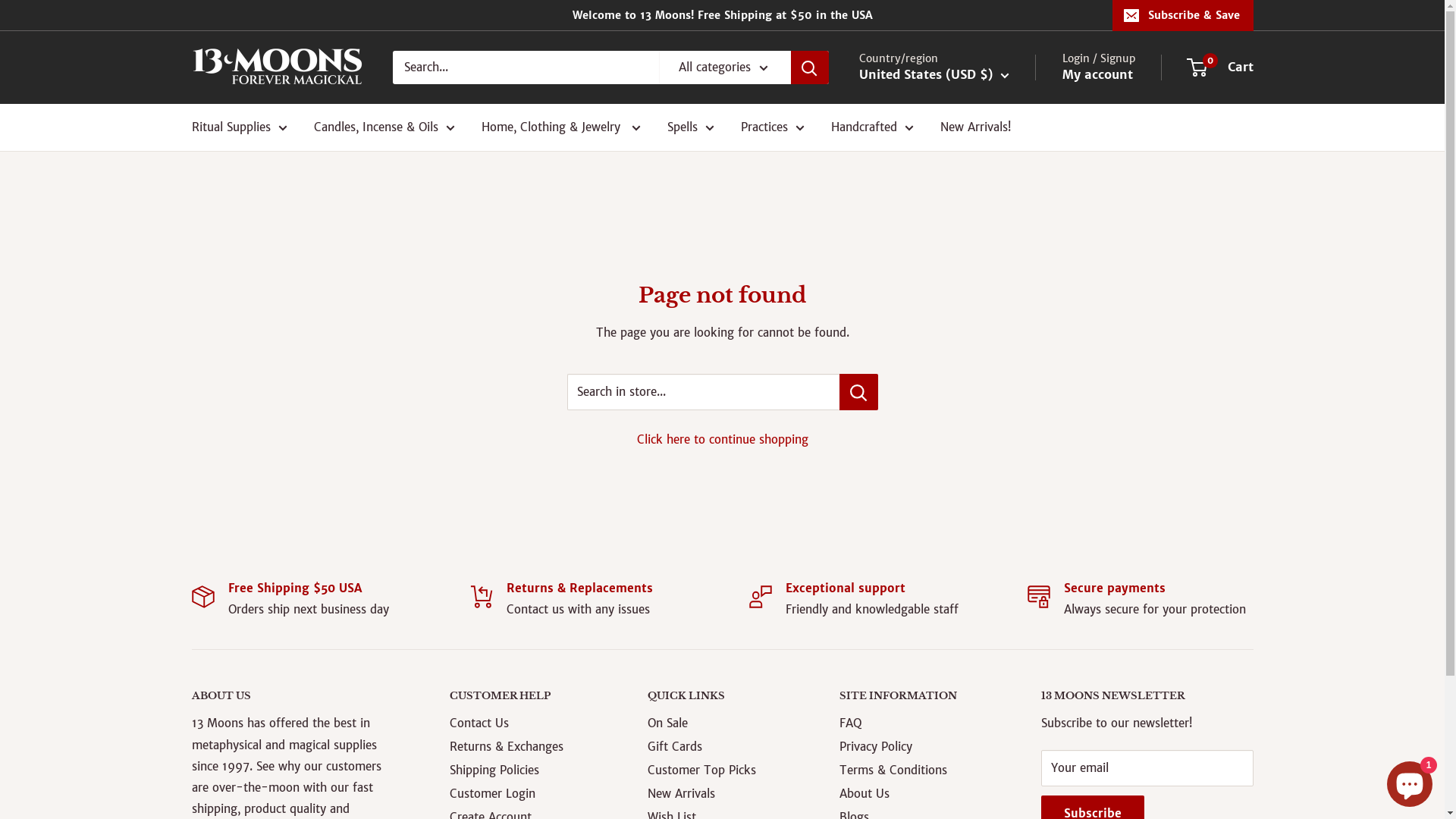  I want to click on 'Customer Login', so click(522, 792).